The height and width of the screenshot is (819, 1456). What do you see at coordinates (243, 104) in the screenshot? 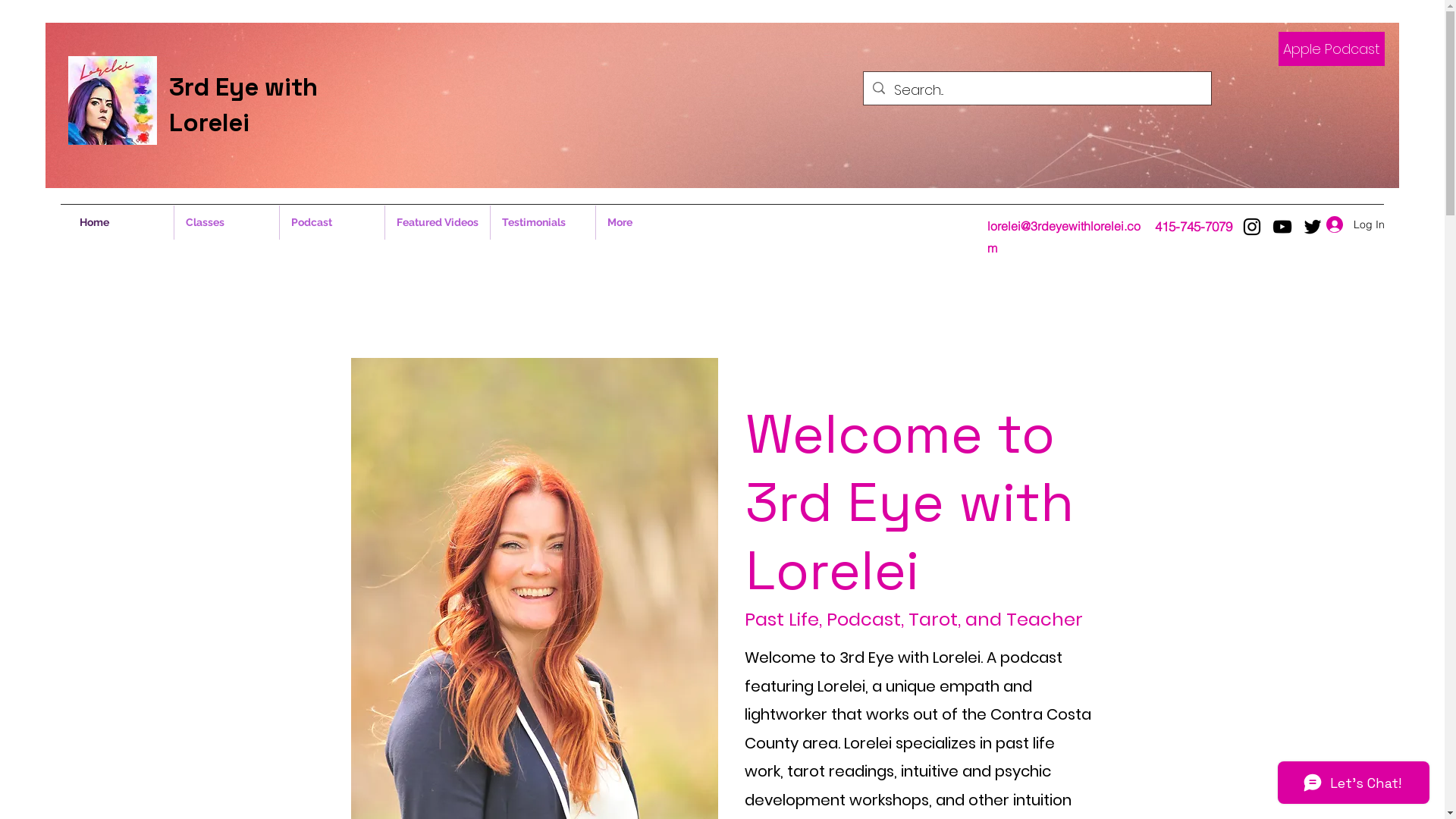
I see `'3rd Eye with Lorelei'` at bounding box center [243, 104].